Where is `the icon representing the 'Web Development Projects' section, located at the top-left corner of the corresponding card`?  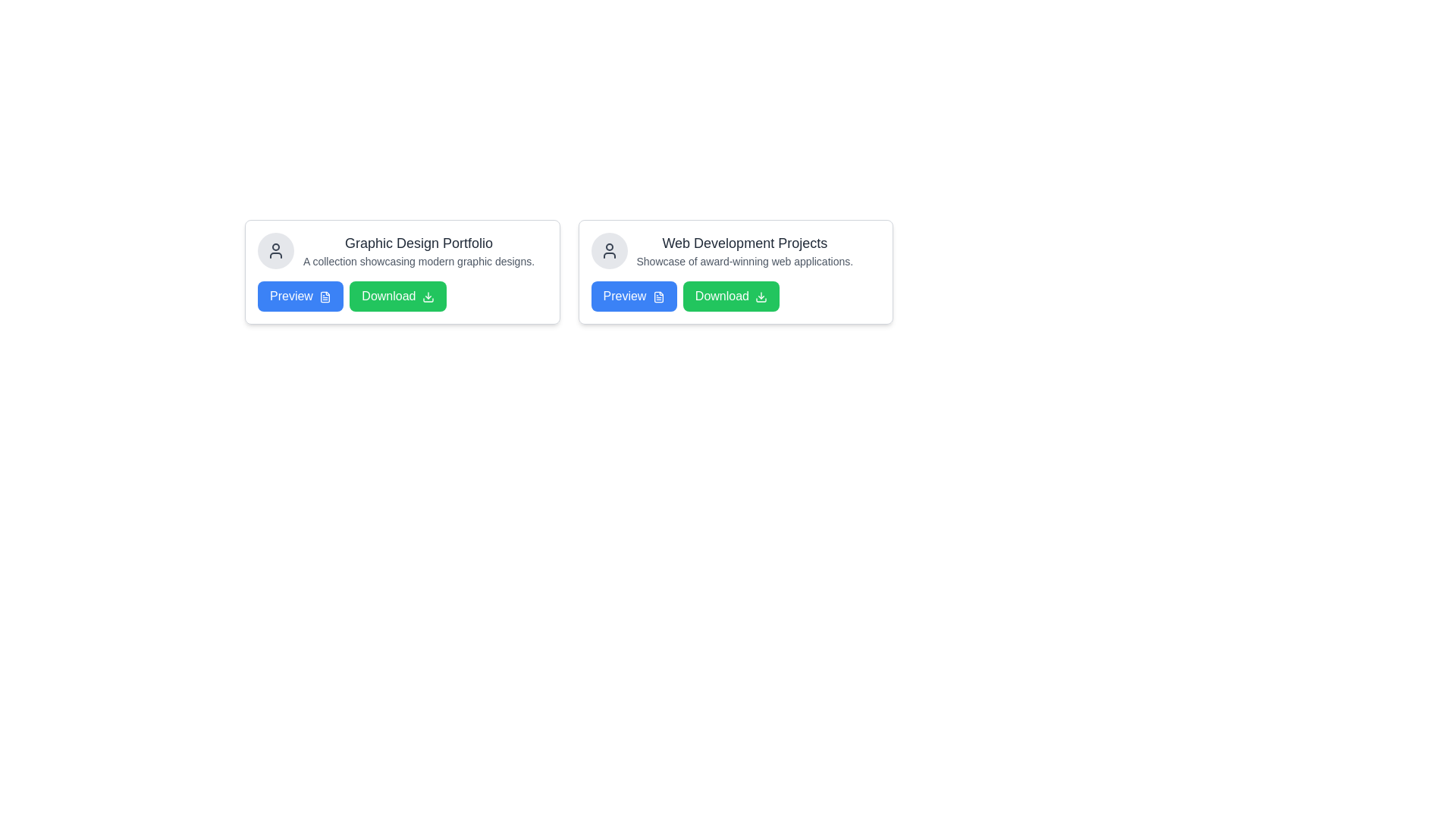
the icon representing the 'Web Development Projects' section, located at the top-left corner of the corresponding card is located at coordinates (609, 250).